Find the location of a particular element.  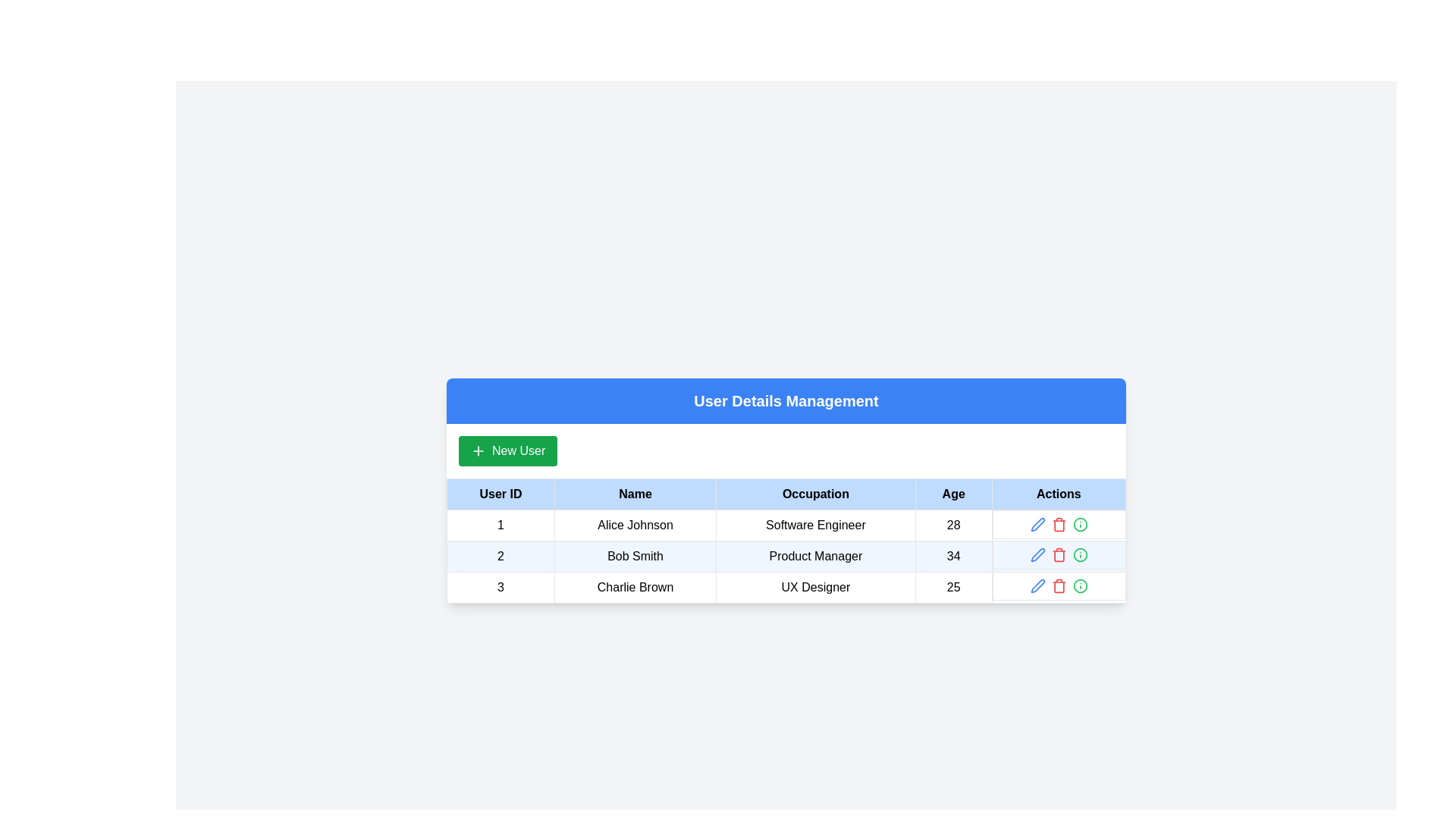

the trash bin icon associated with Charlie Brown's entry in the Actions column is located at coordinates (1058, 525).